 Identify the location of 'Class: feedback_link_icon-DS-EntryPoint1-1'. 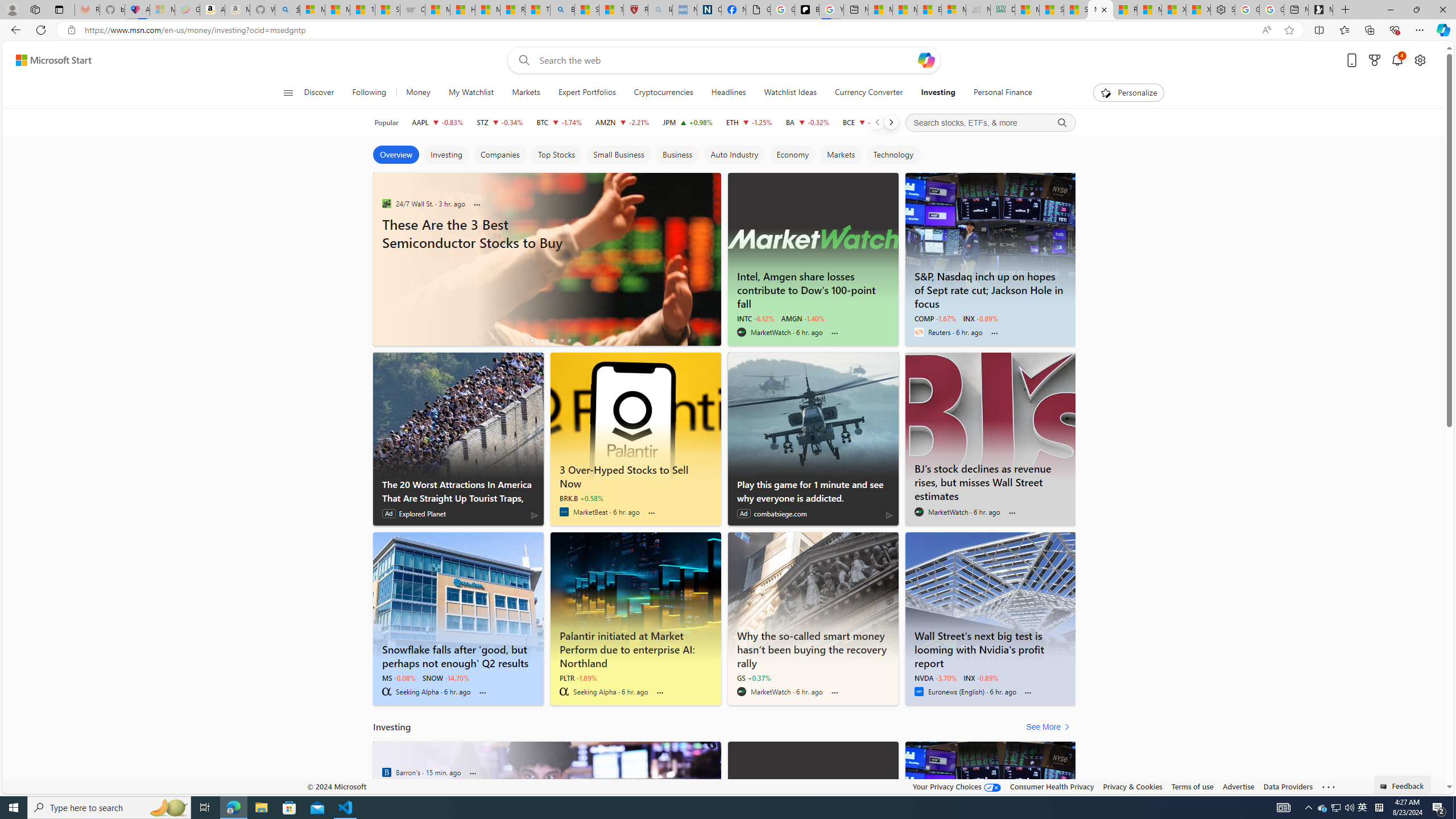
(1384, 786).